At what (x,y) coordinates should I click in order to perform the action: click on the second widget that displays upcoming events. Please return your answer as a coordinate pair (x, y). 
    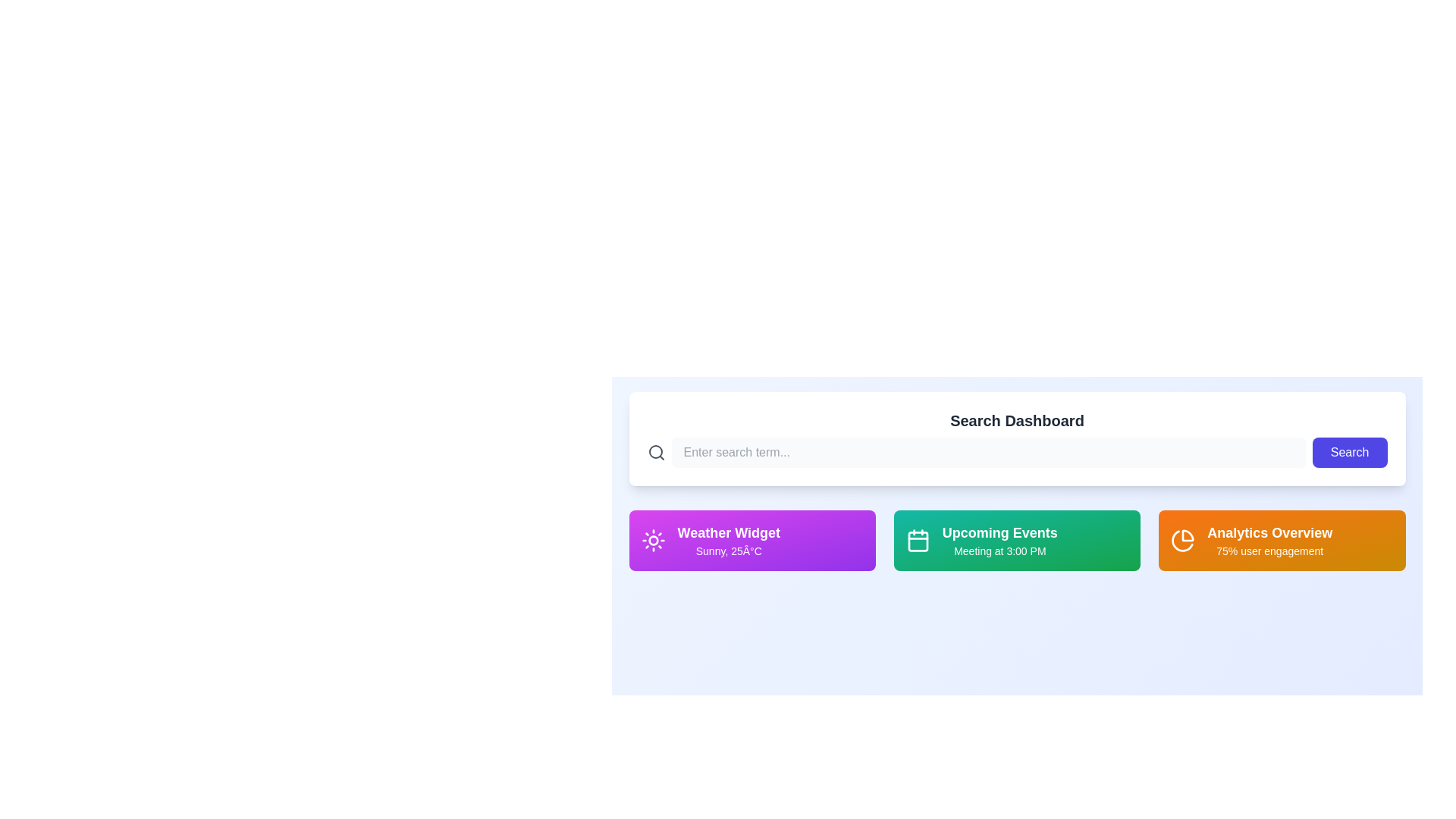
    Looking at the image, I should click on (1017, 540).